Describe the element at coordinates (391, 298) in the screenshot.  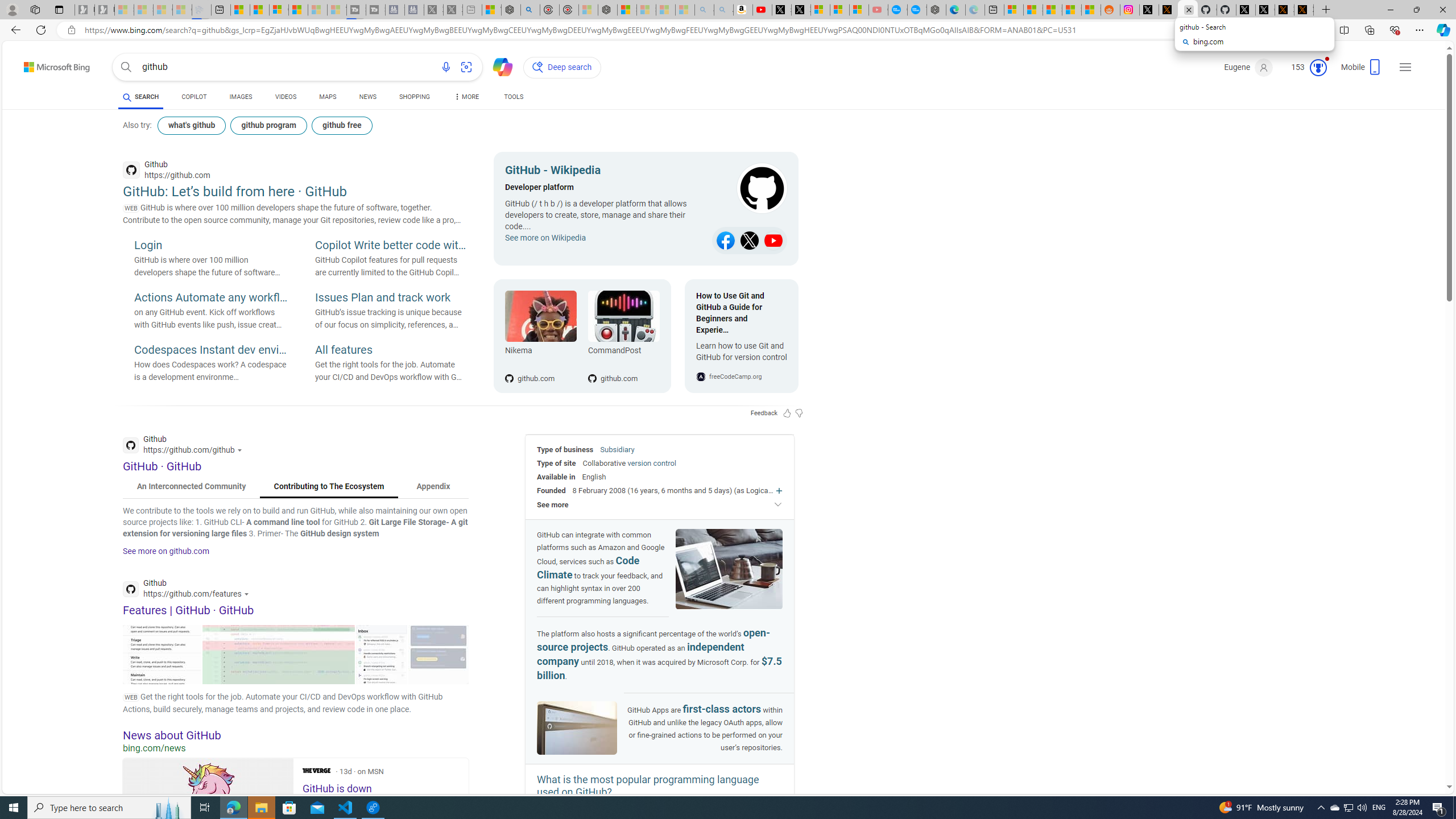
I see `'Issues Plan and track work'` at that location.